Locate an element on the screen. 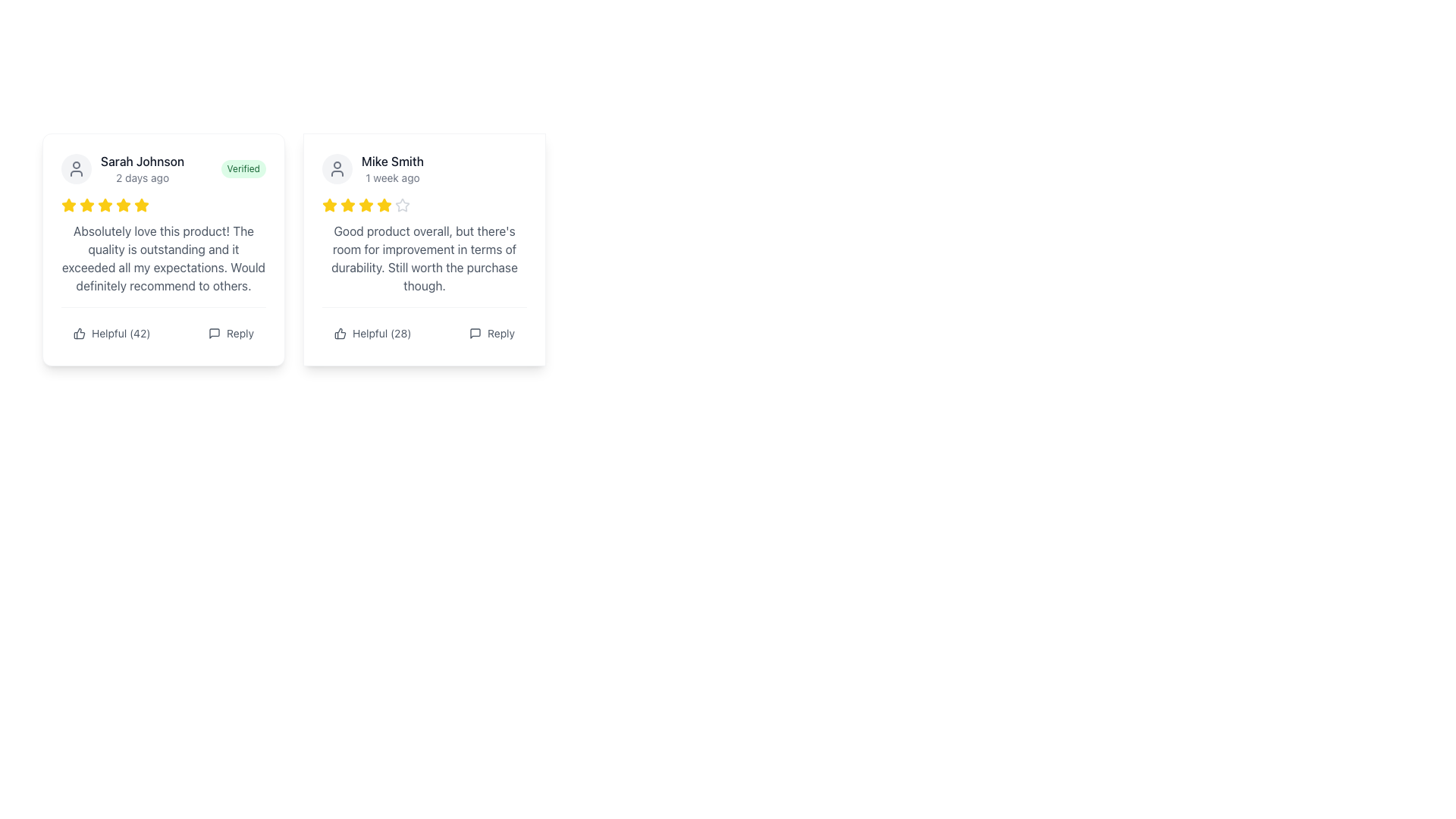 This screenshot has width=1456, height=819. the Profile avatar, a circular icon with a light gray background and a gray outline of a person, located to the left of the review text 'Mike Smith 1 week ago' is located at coordinates (337, 169).